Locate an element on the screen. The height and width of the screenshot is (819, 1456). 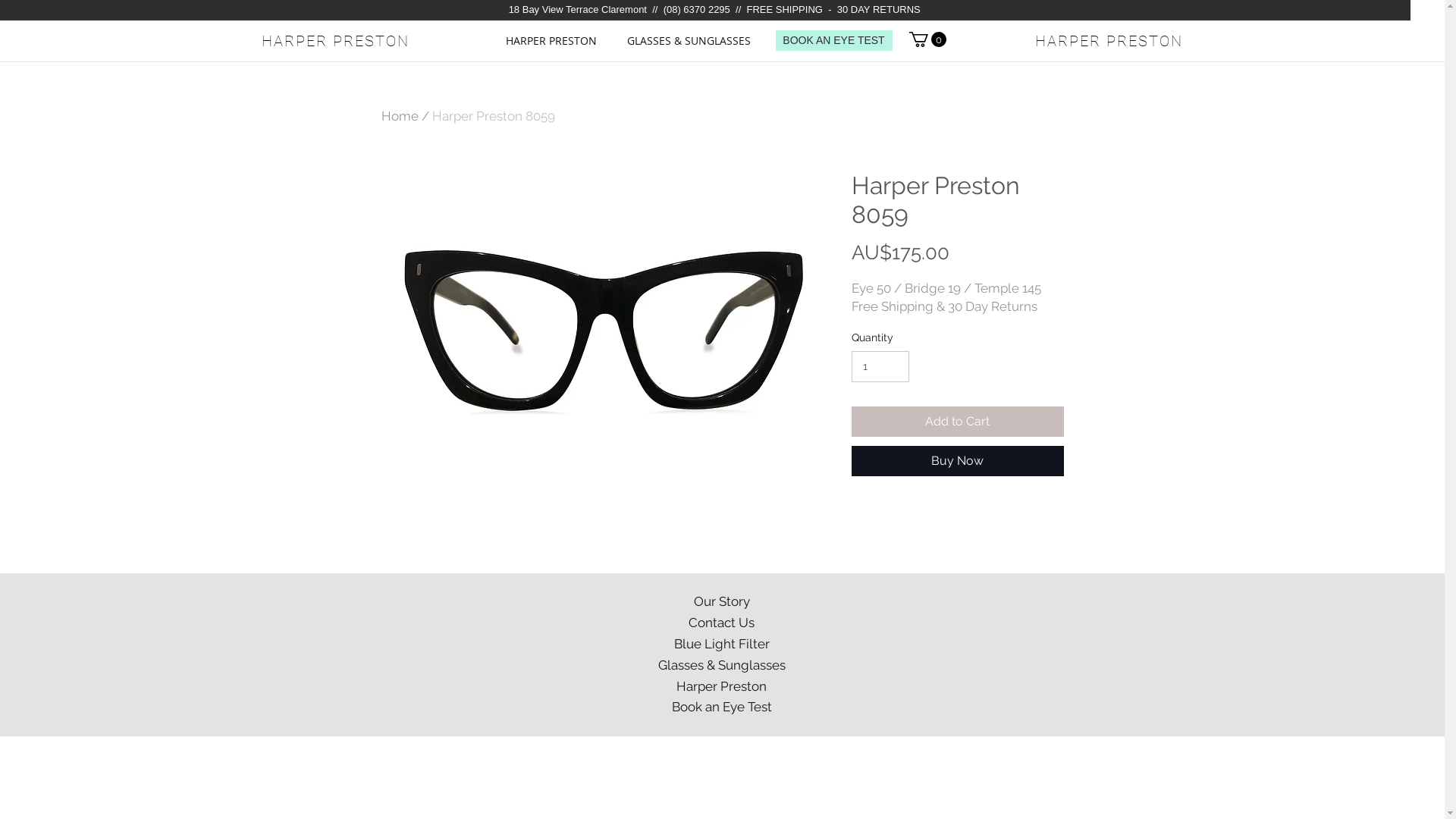
'Contact Us' is located at coordinates (720, 623).